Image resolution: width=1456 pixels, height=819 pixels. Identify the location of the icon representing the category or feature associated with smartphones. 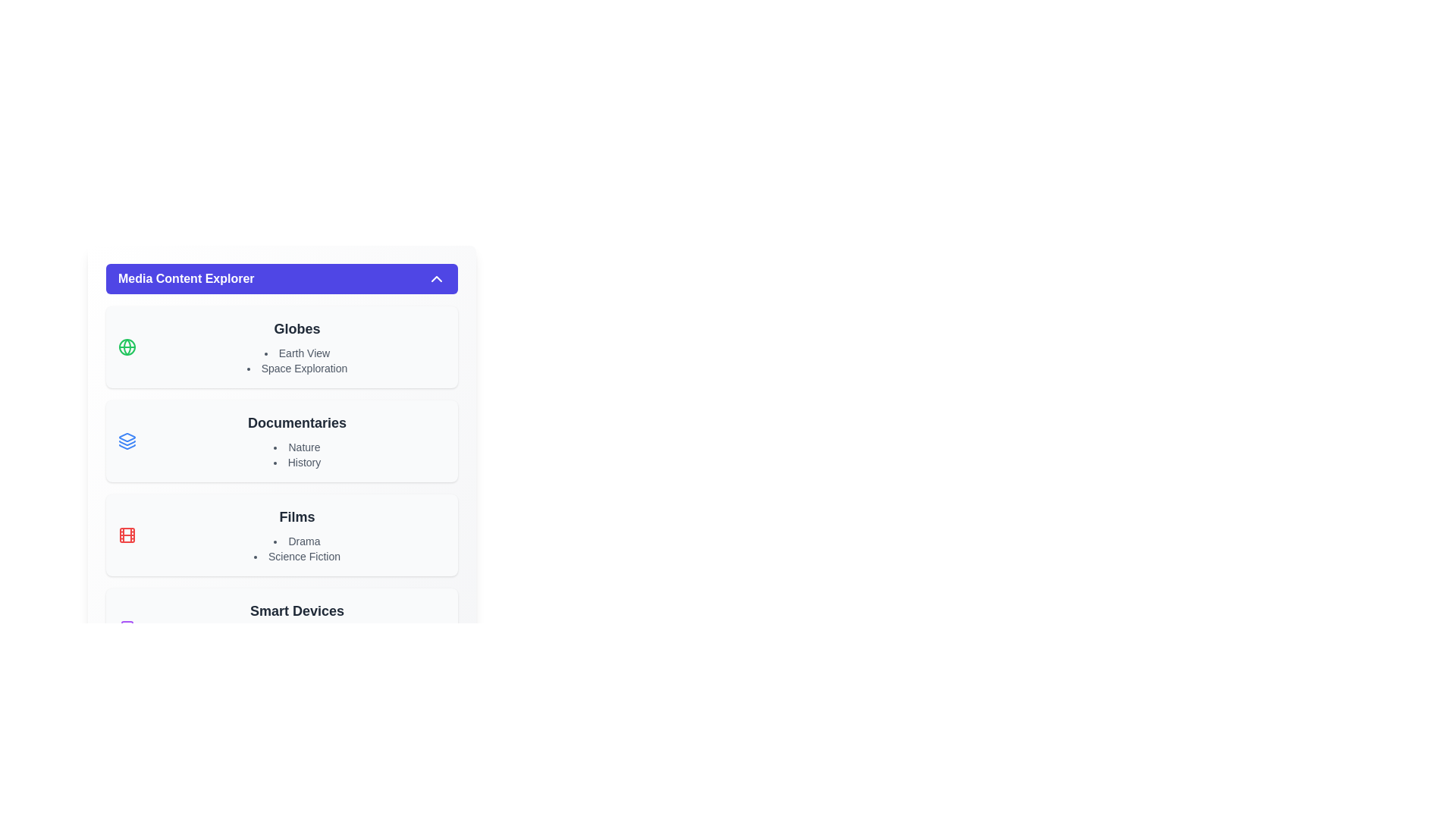
(127, 629).